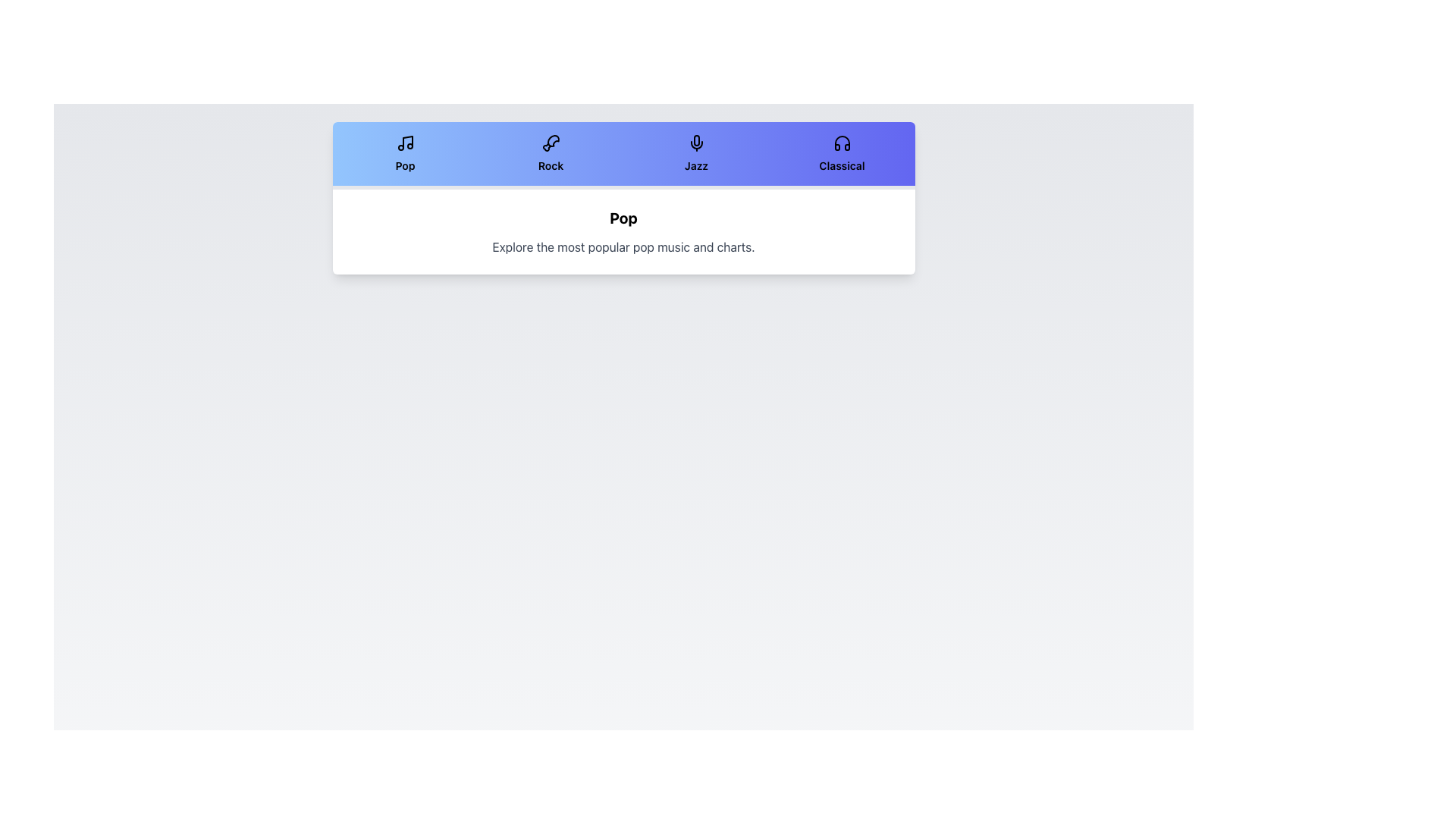 The image size is (1456, 819). Describe the element at coordinates (695, 140) in the screenshot. I see `the microphone icon representing the 'Jazz' option in the navigation bar, which is located between 'Rock' and 'Classical'` at that location.